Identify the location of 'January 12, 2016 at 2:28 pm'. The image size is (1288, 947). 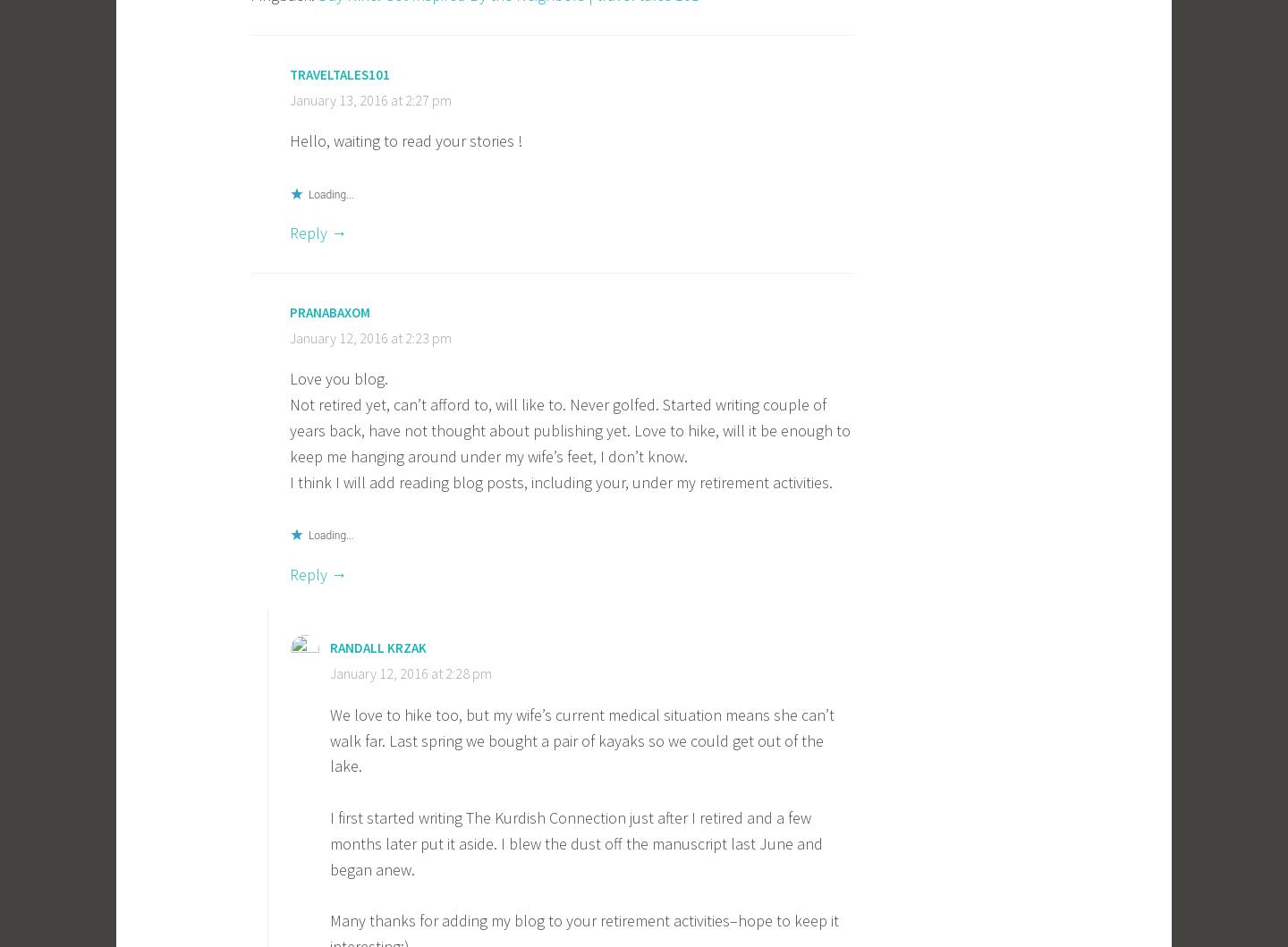
(411, 671).